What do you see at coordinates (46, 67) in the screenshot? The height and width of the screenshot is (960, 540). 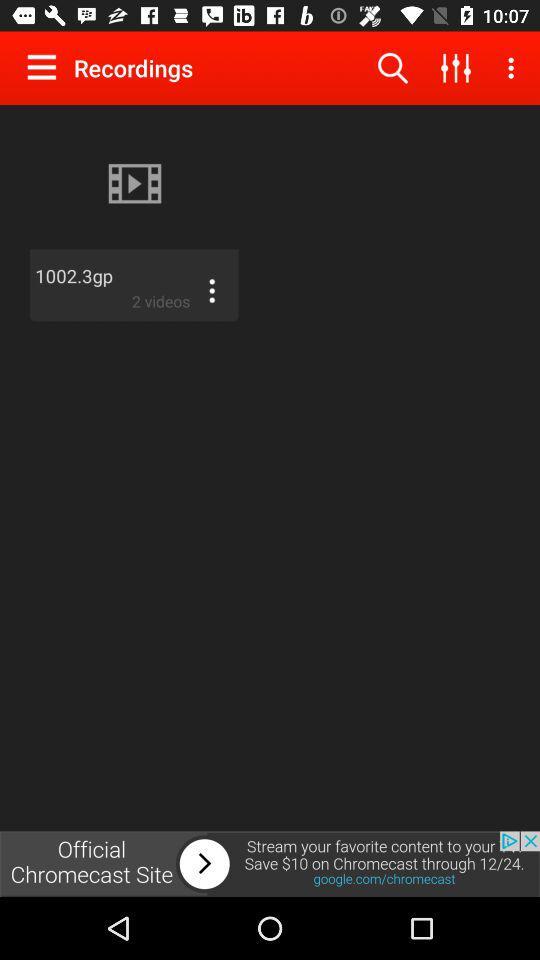 I see `options` at bounding box center [46, 67].